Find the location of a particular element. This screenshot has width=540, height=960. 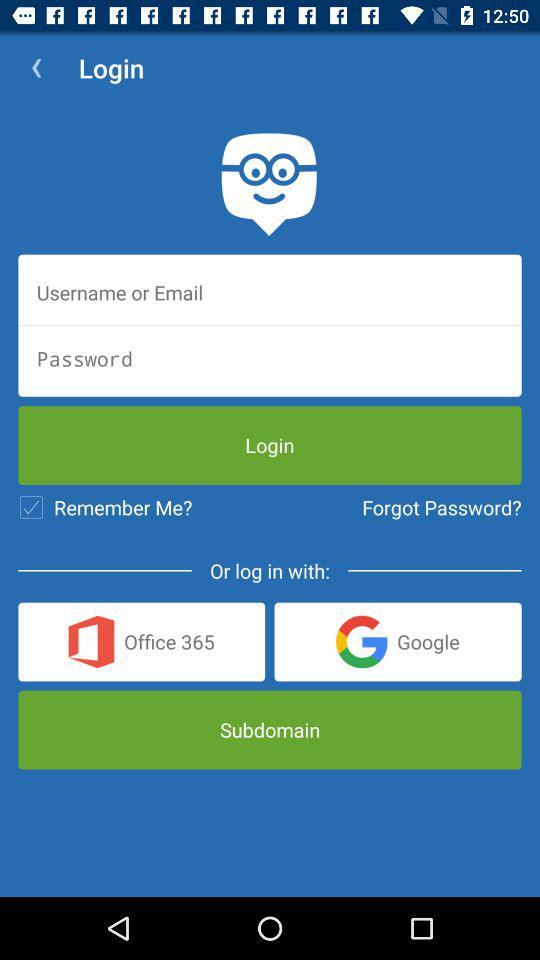

item to the right of the remember me? icon is located at coordinates (441, 506).